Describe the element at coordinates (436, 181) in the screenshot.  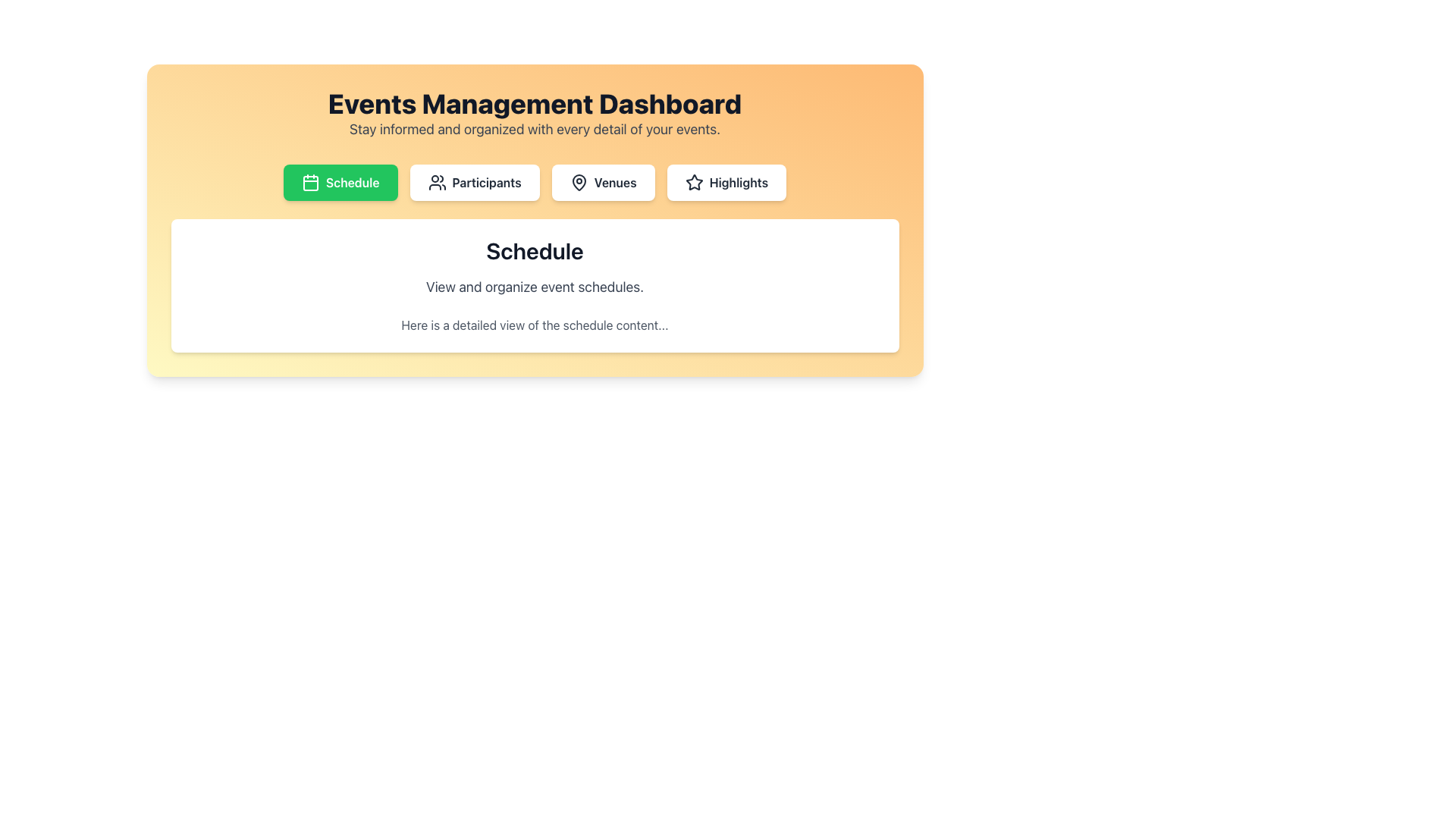
I see `the 'Participants' button icon located` at that location.